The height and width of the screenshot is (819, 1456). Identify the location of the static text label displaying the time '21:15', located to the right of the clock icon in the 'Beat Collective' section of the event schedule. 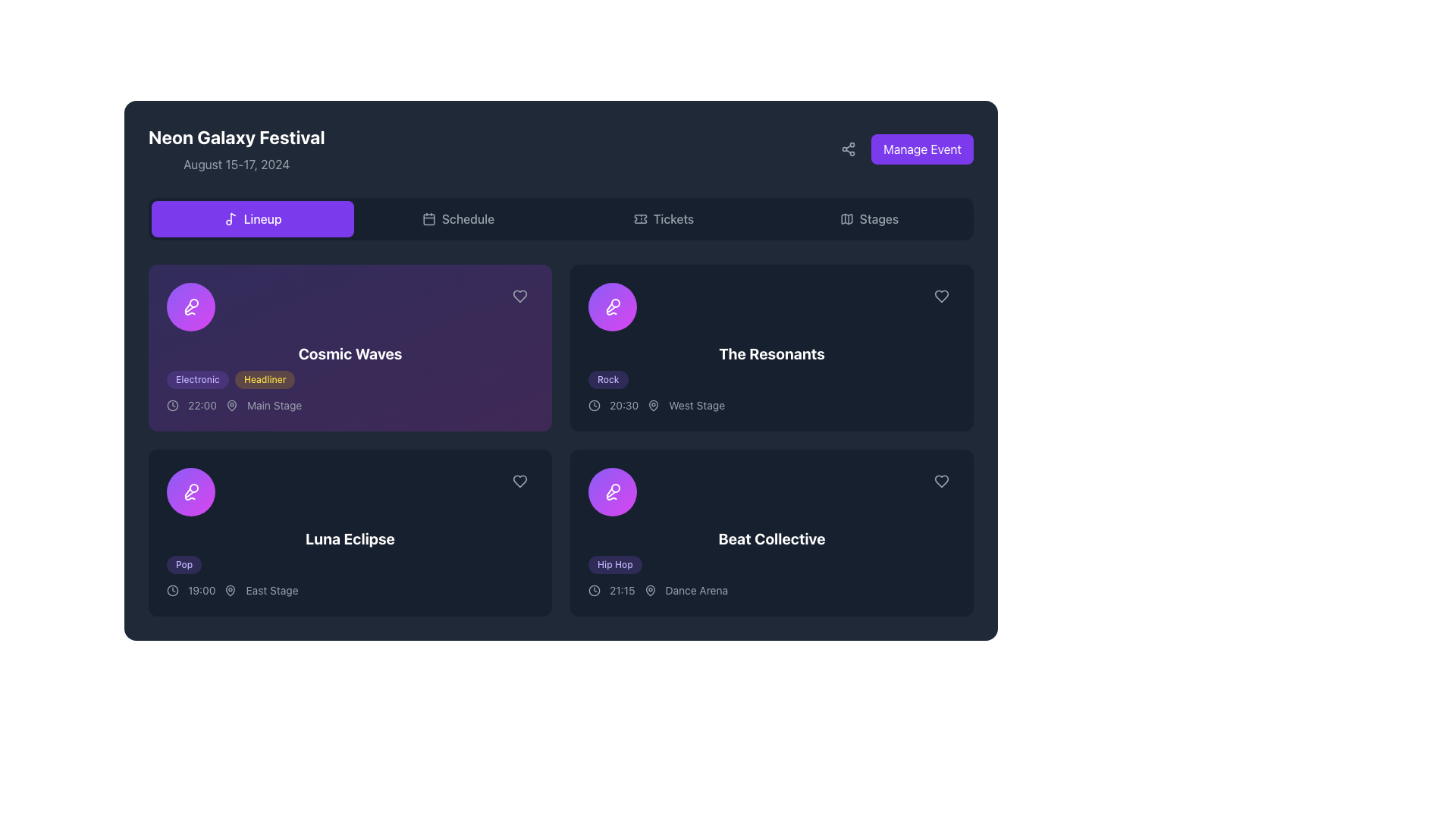
(622, 590).